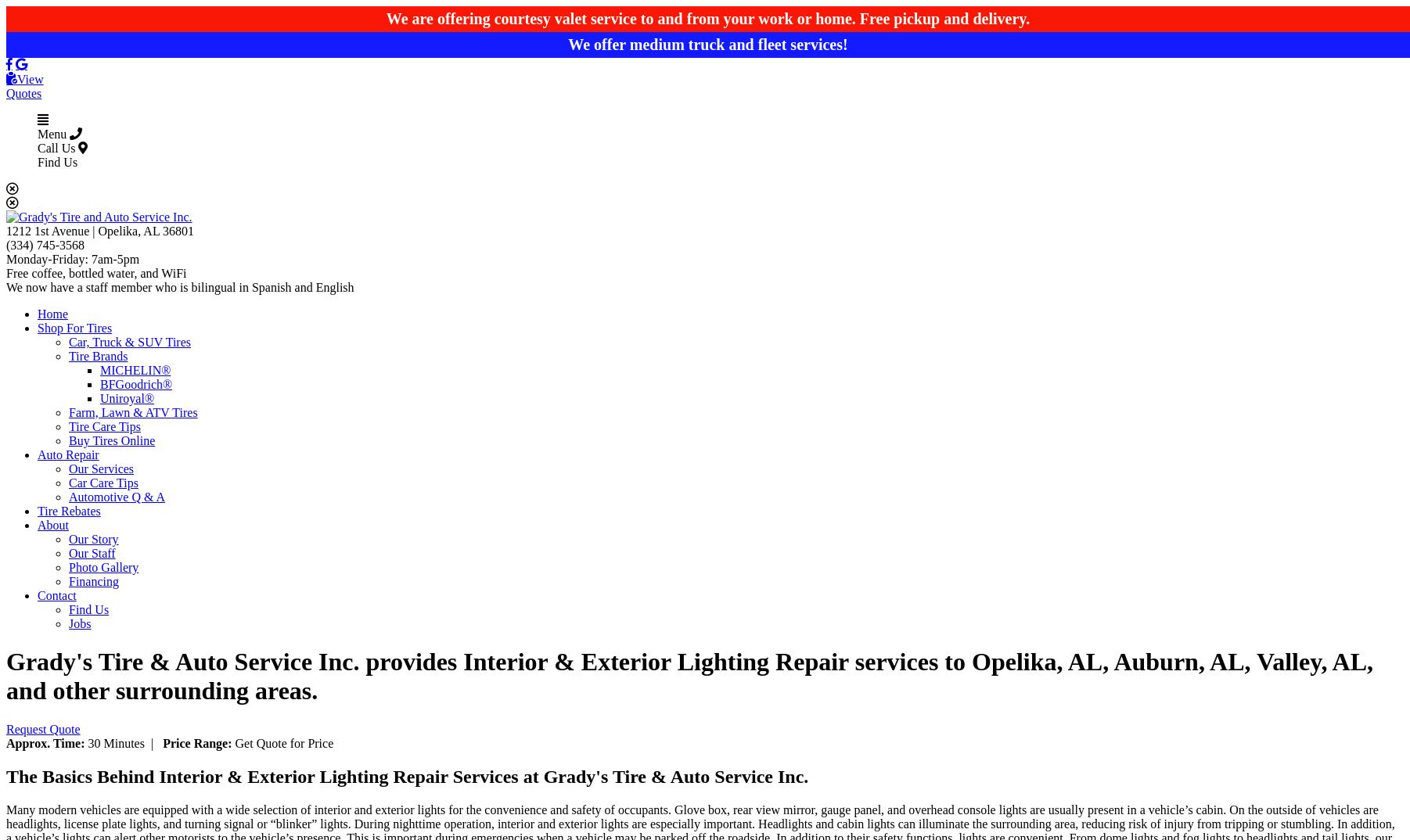 The width and height of the screenshot is (1410, 840). What do you see at coordinates (67, 510) in the screenshot?
I see `'Tire Rebates'` at bounding box center [67, 510].